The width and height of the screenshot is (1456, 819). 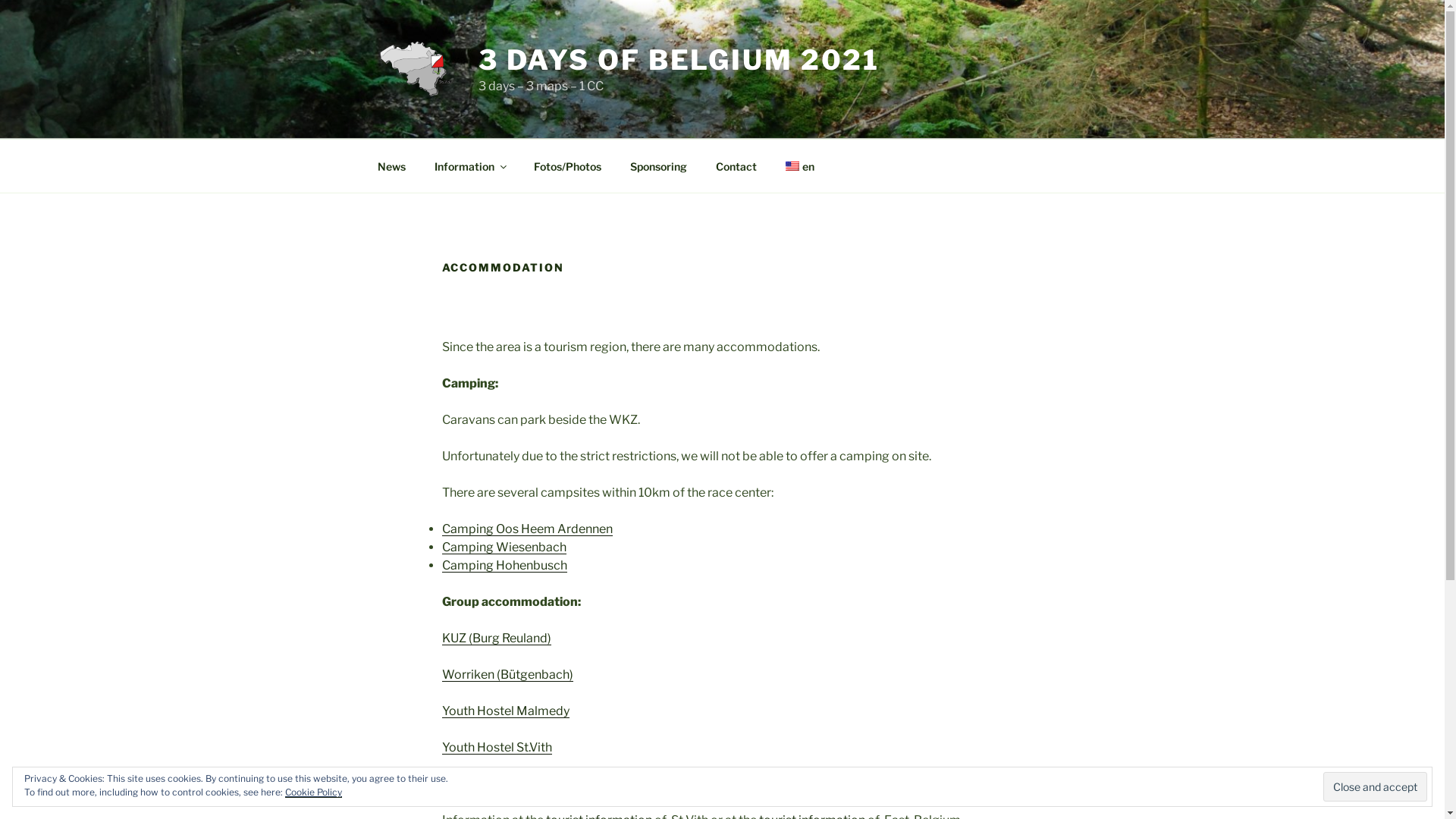 I want to click on 'Sponsoring', so click(x=658, y=165).